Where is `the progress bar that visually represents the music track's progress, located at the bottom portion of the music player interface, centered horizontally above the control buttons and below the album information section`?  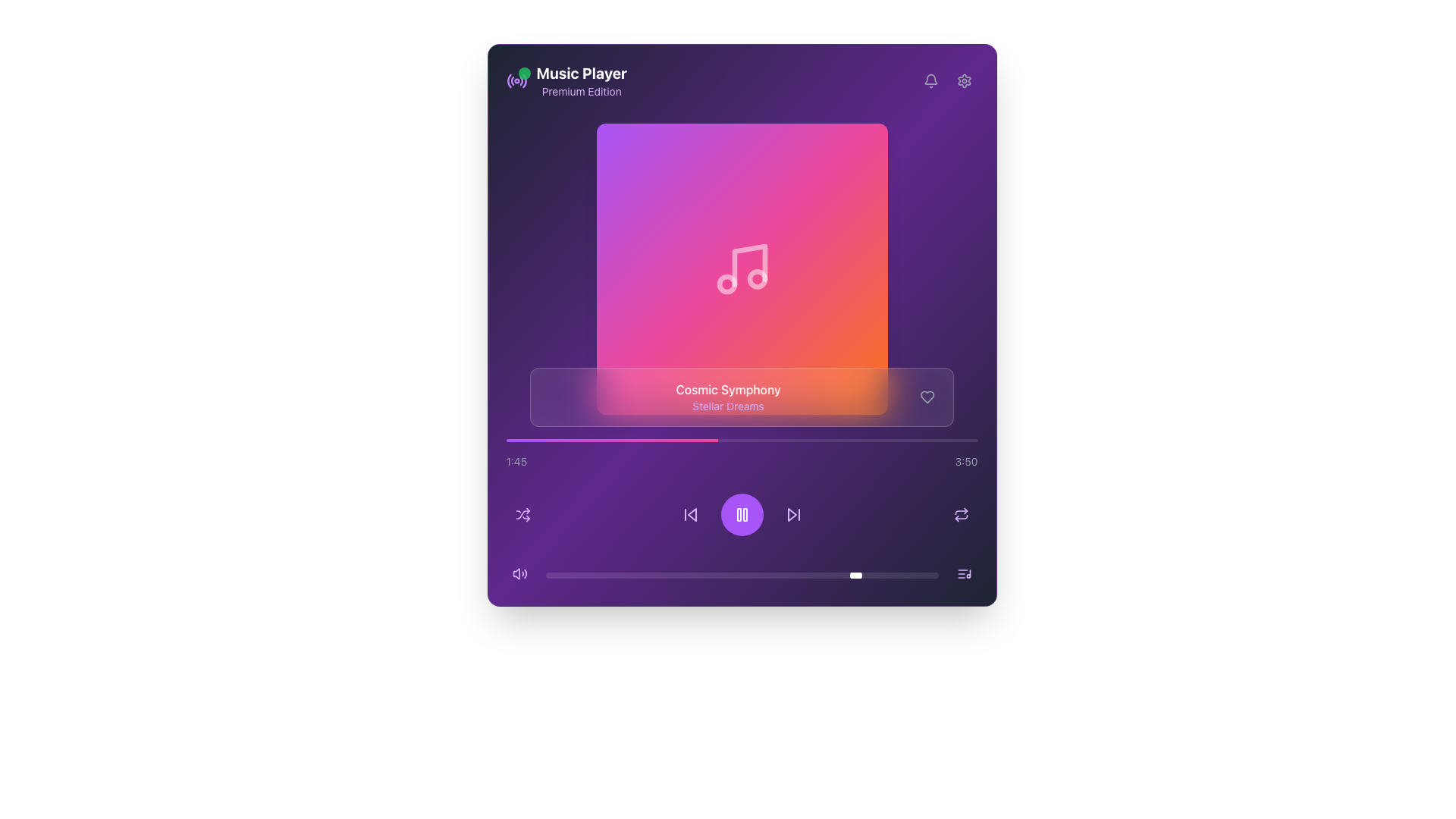 the progress bar that visually represents the music track's progress, located at the bottom portion of the music player interface, centered horizontally above the control buttons and below the album information section is located at coordinates (742, 453).